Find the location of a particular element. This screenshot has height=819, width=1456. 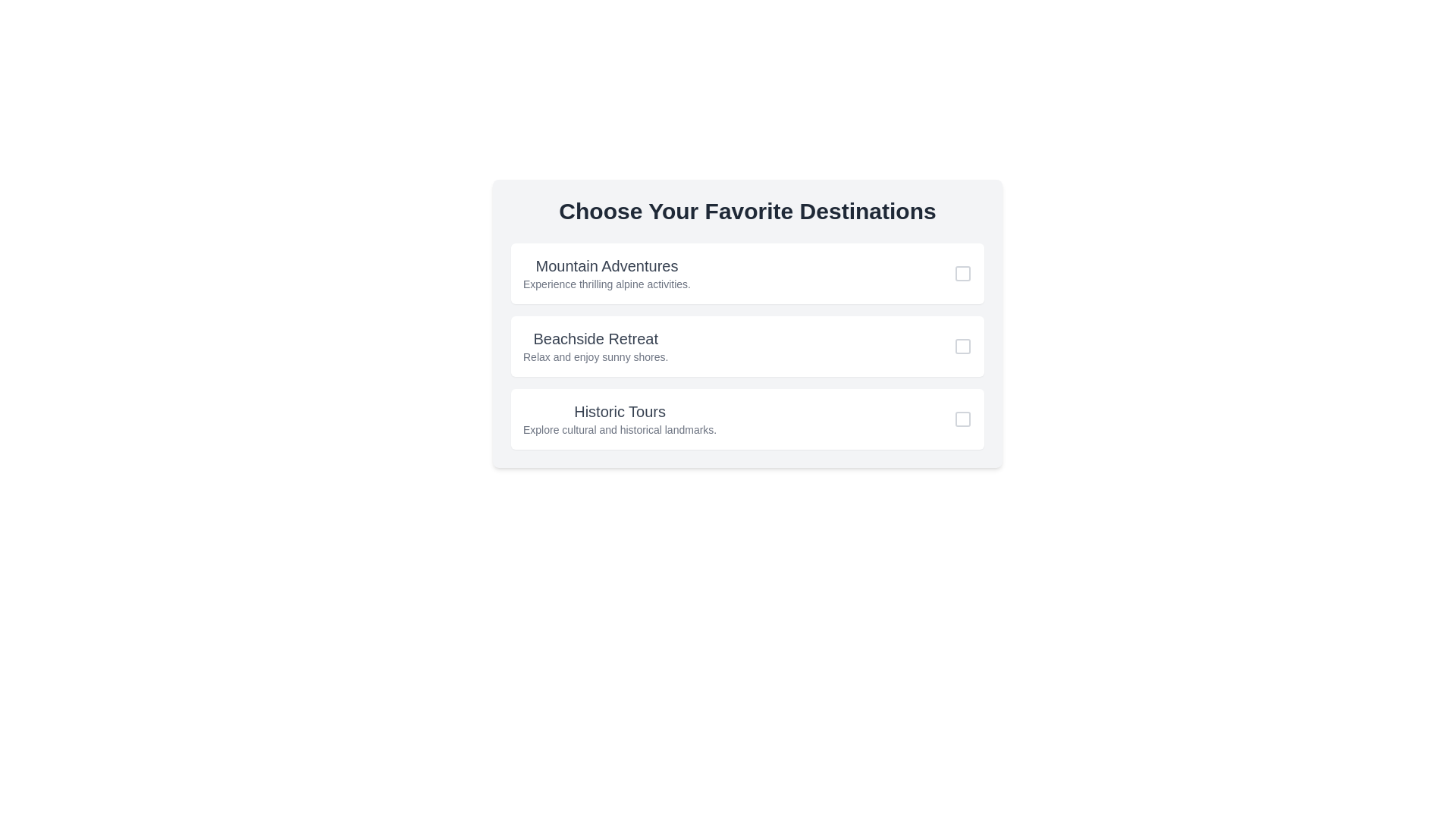

text content of the title and subtitle pair element displaying 'Beachside Retreat' and 'Relax and enjoy sunny shores.' is located at coordinates (595, 346).